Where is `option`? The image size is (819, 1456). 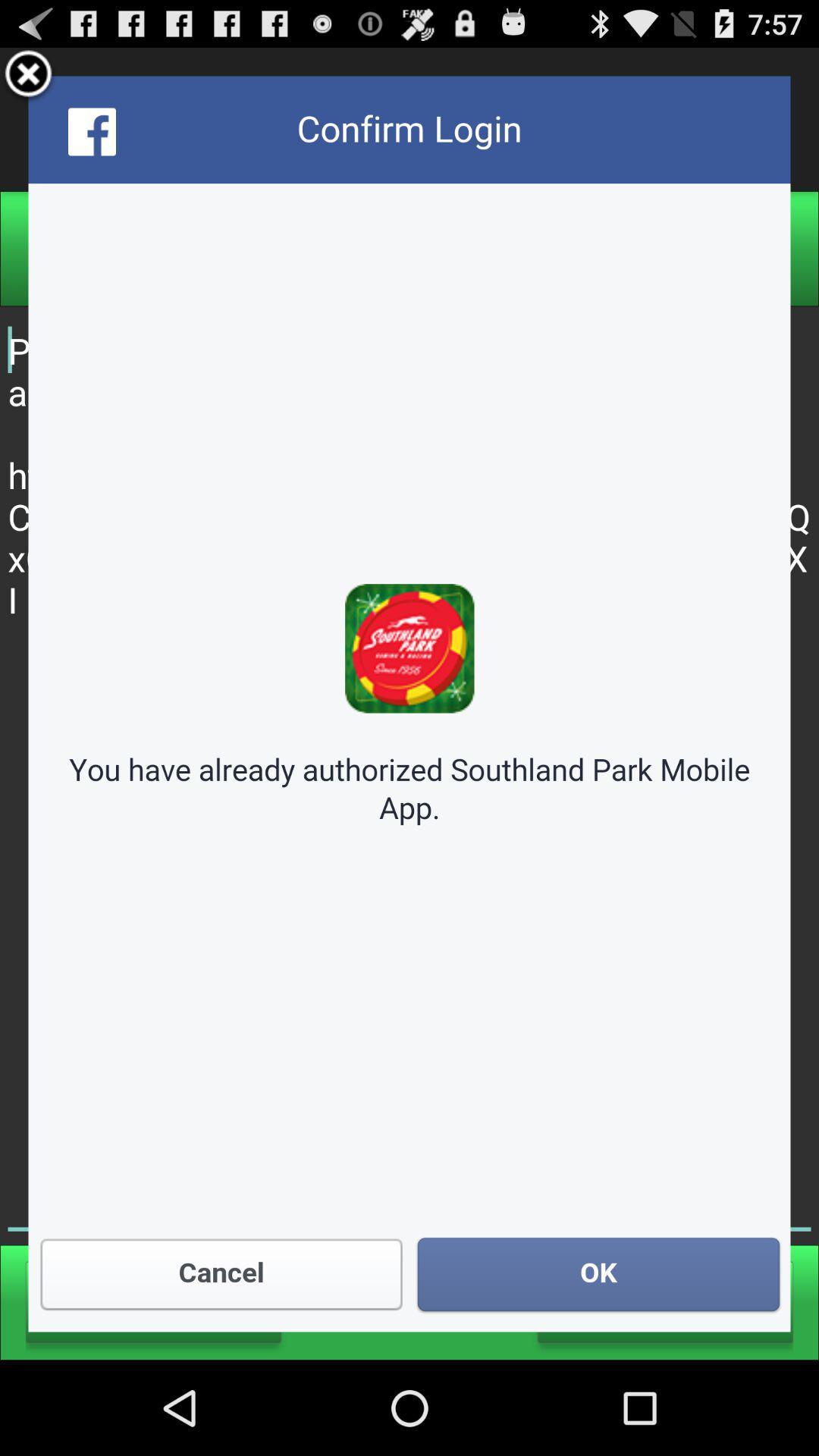
option is located at coordinates (28, 75).